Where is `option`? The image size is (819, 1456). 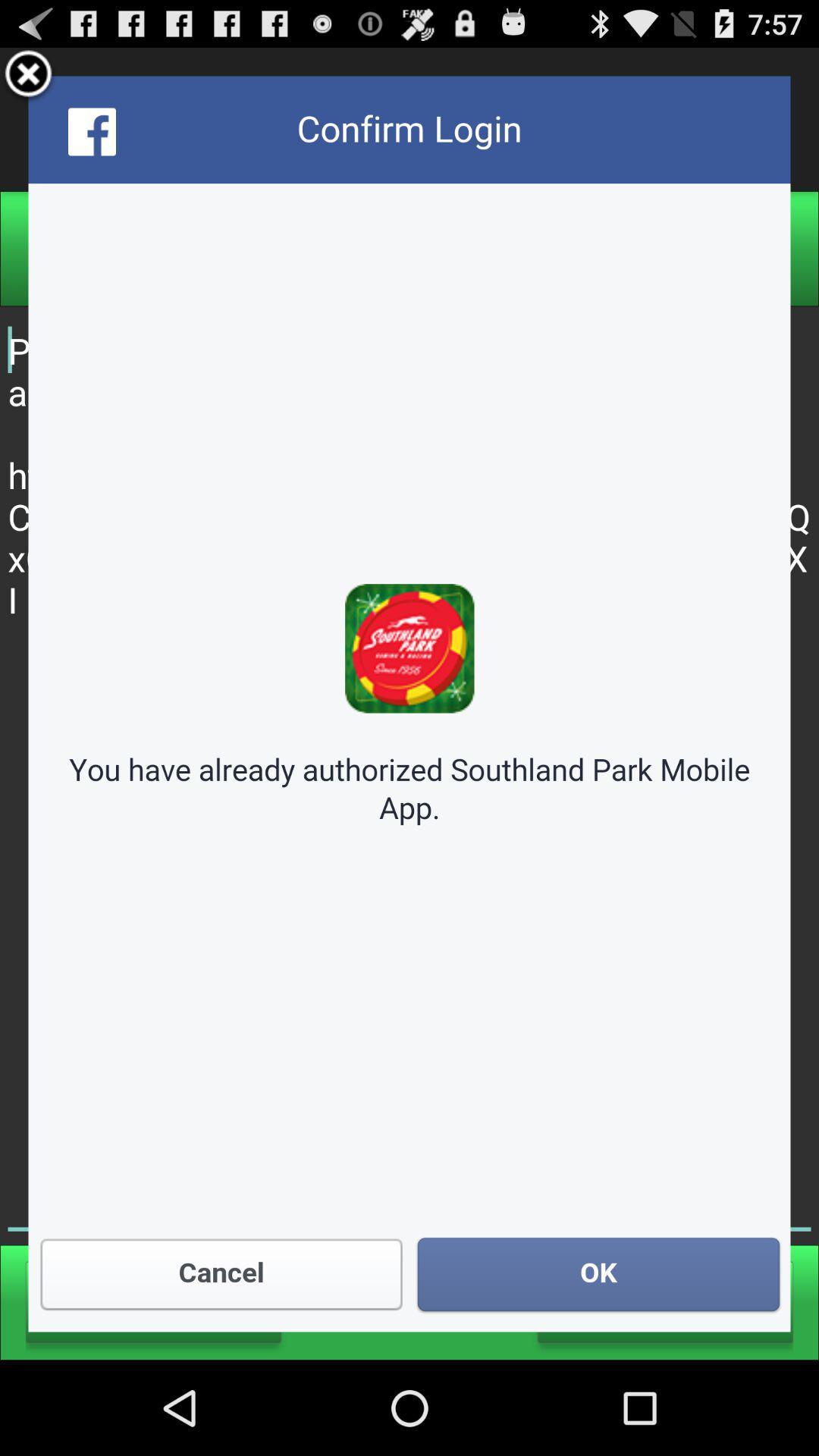
option is located at coordinates (28, 75).